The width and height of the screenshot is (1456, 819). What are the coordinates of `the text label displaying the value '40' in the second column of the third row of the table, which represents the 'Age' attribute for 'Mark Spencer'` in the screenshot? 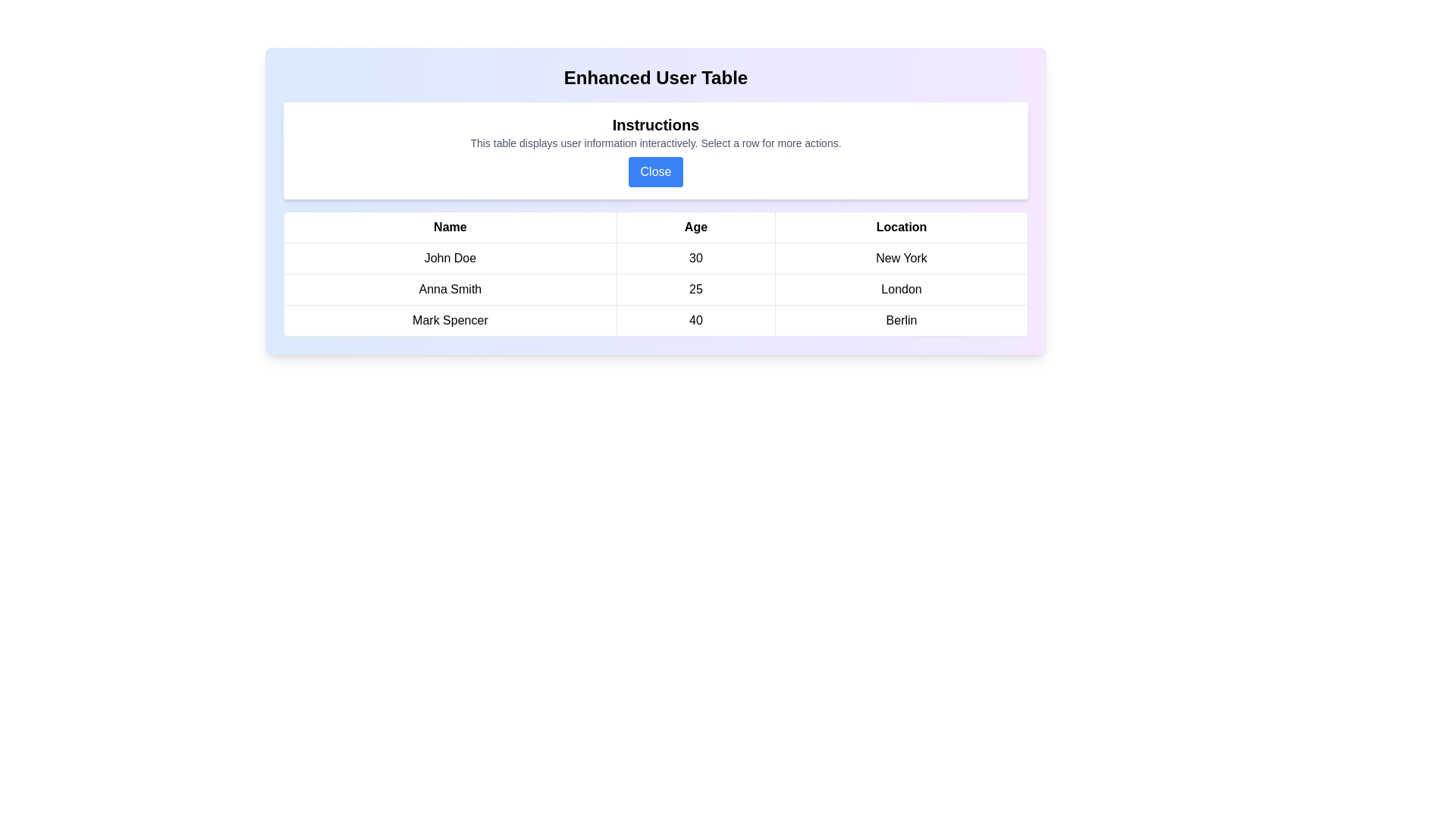 It's located at (695, 320).